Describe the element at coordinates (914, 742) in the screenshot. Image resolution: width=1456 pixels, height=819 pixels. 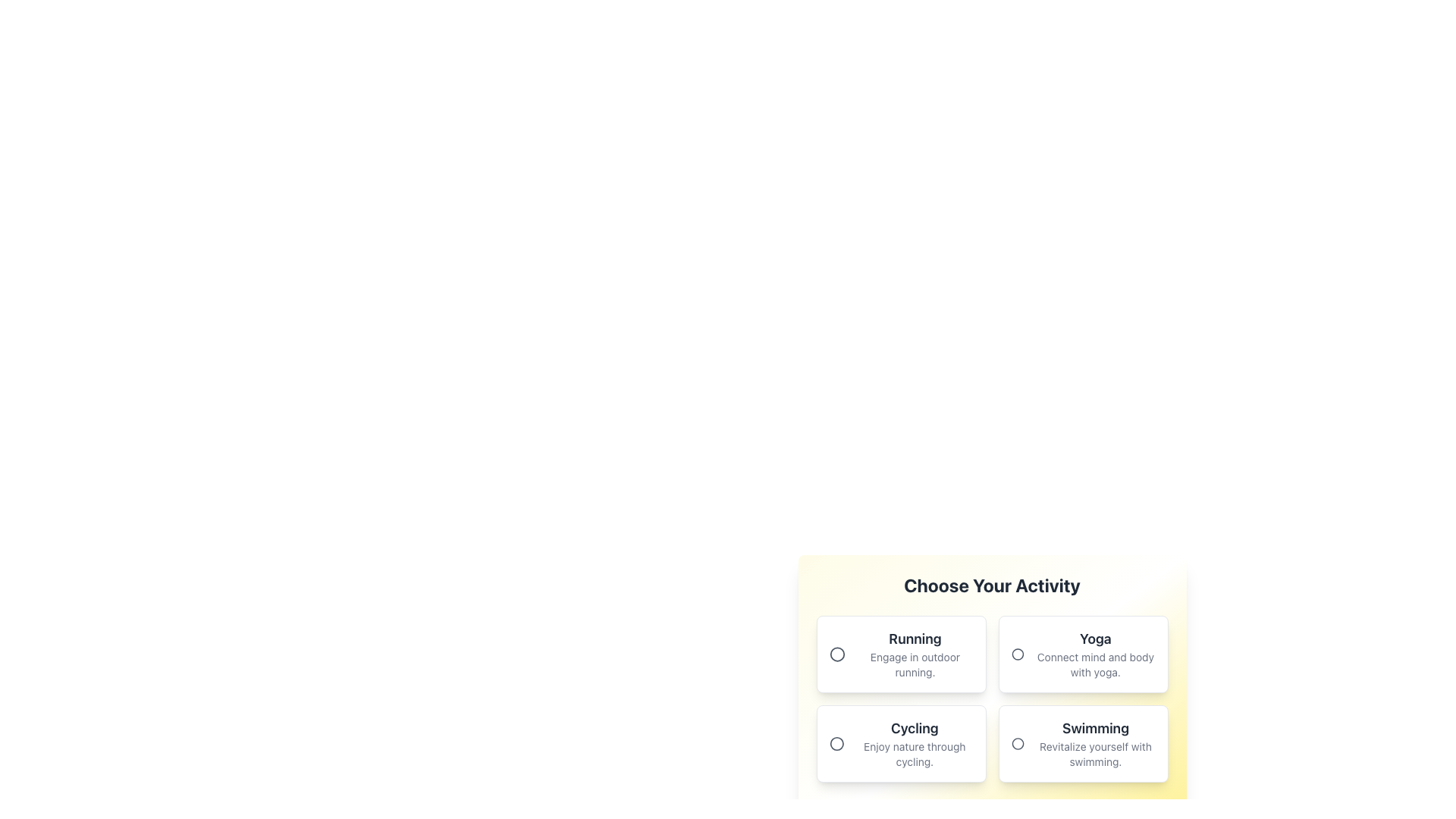
I see `text content of the selectable option labeled 'Cycling' located in the bottom-left section of the activity selection interface` at that location.